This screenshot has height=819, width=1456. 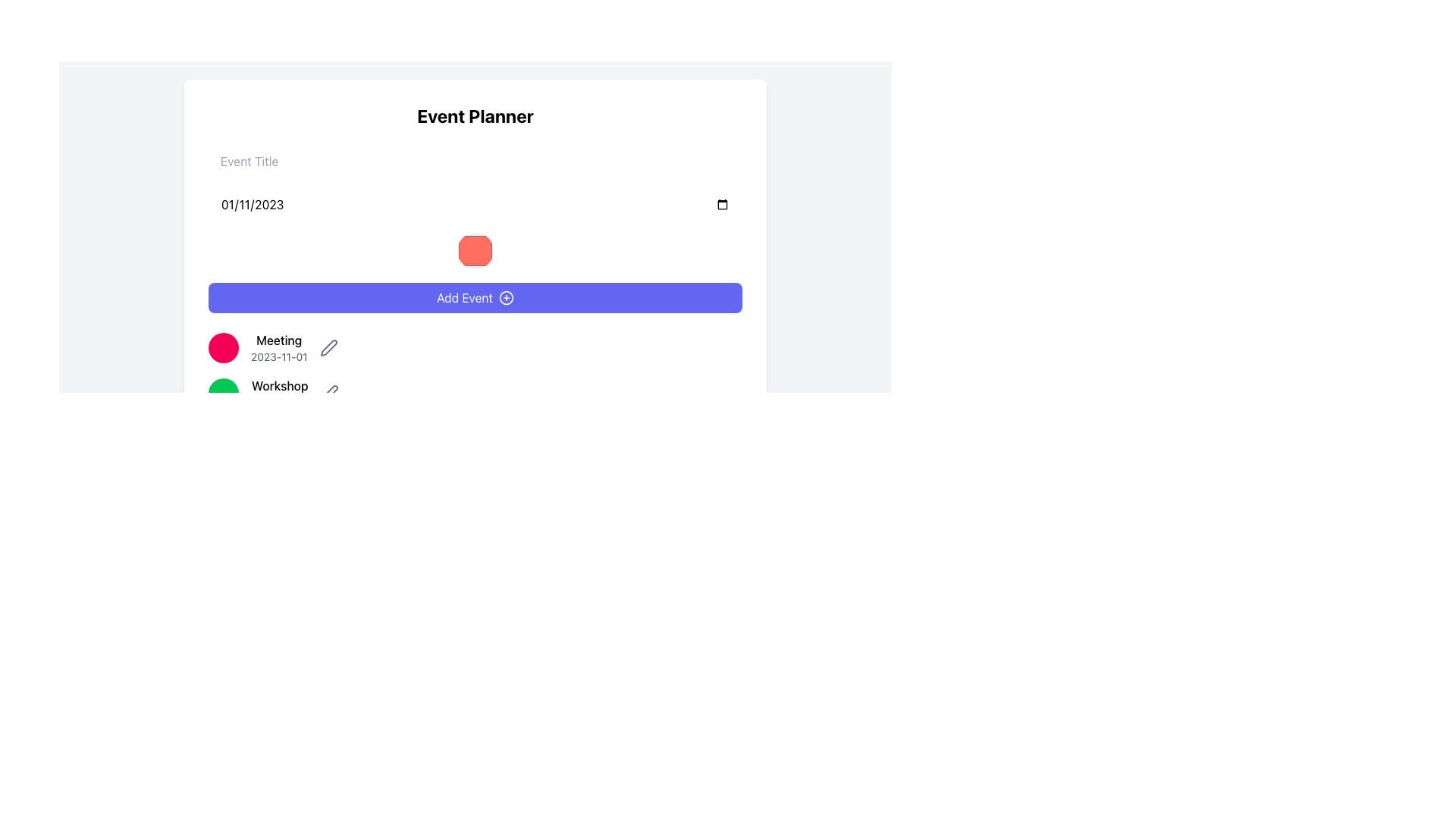 I want to click on details of the event displayed in the second list item, which includes the event name and date, positioned below the first item 'Meeting 2023-11-01', so click(x=475, y=393).